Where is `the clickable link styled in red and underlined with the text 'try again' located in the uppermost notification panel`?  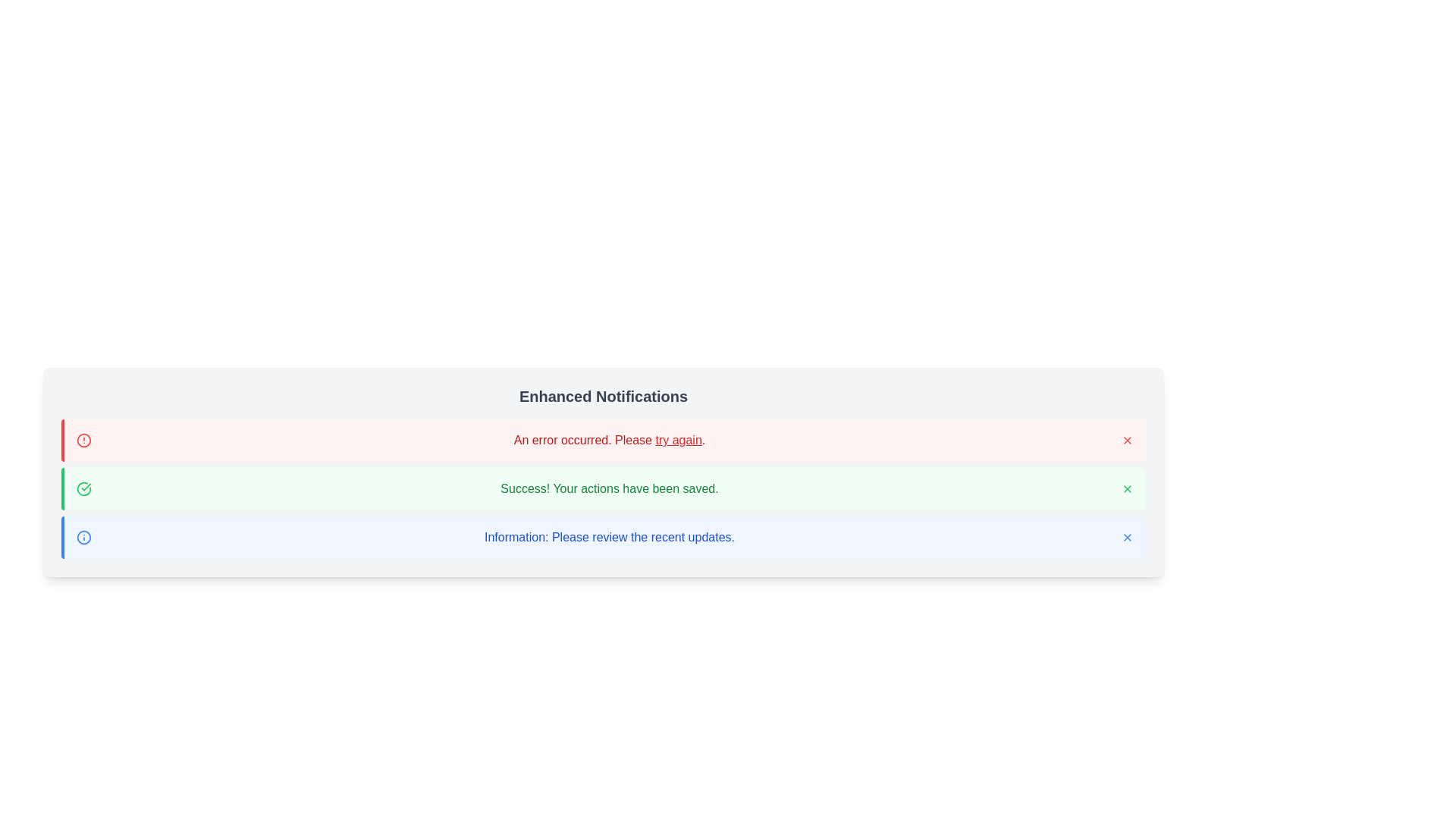
the clickable link styled in red and underlined with the text 'try again' located in the uppermost notification panel is located at coordinates (678, 440).